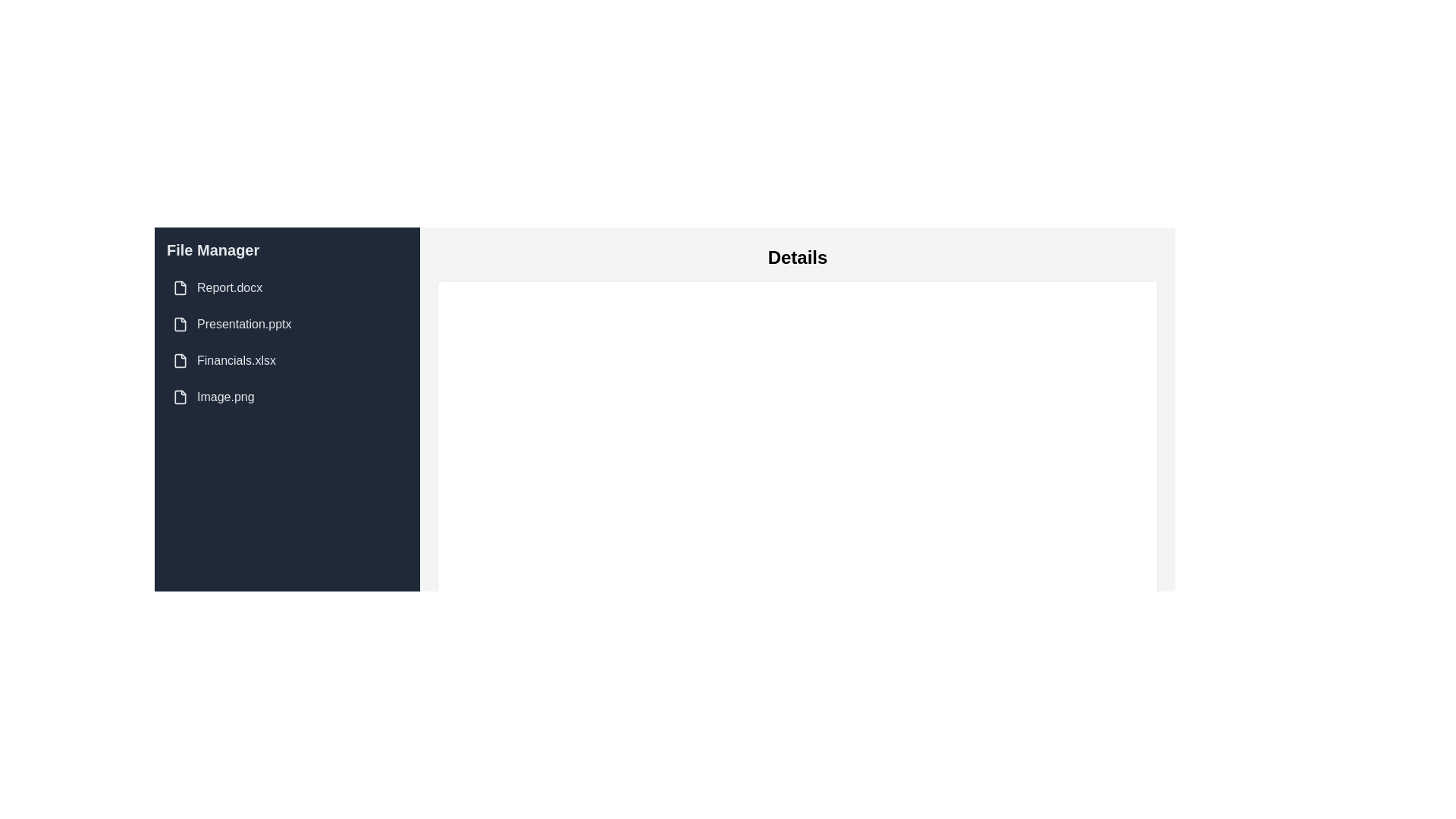 This screenshot has height=819, width=1456. I want to click on the file entry labeled 'Image.png', so click(287, 397).